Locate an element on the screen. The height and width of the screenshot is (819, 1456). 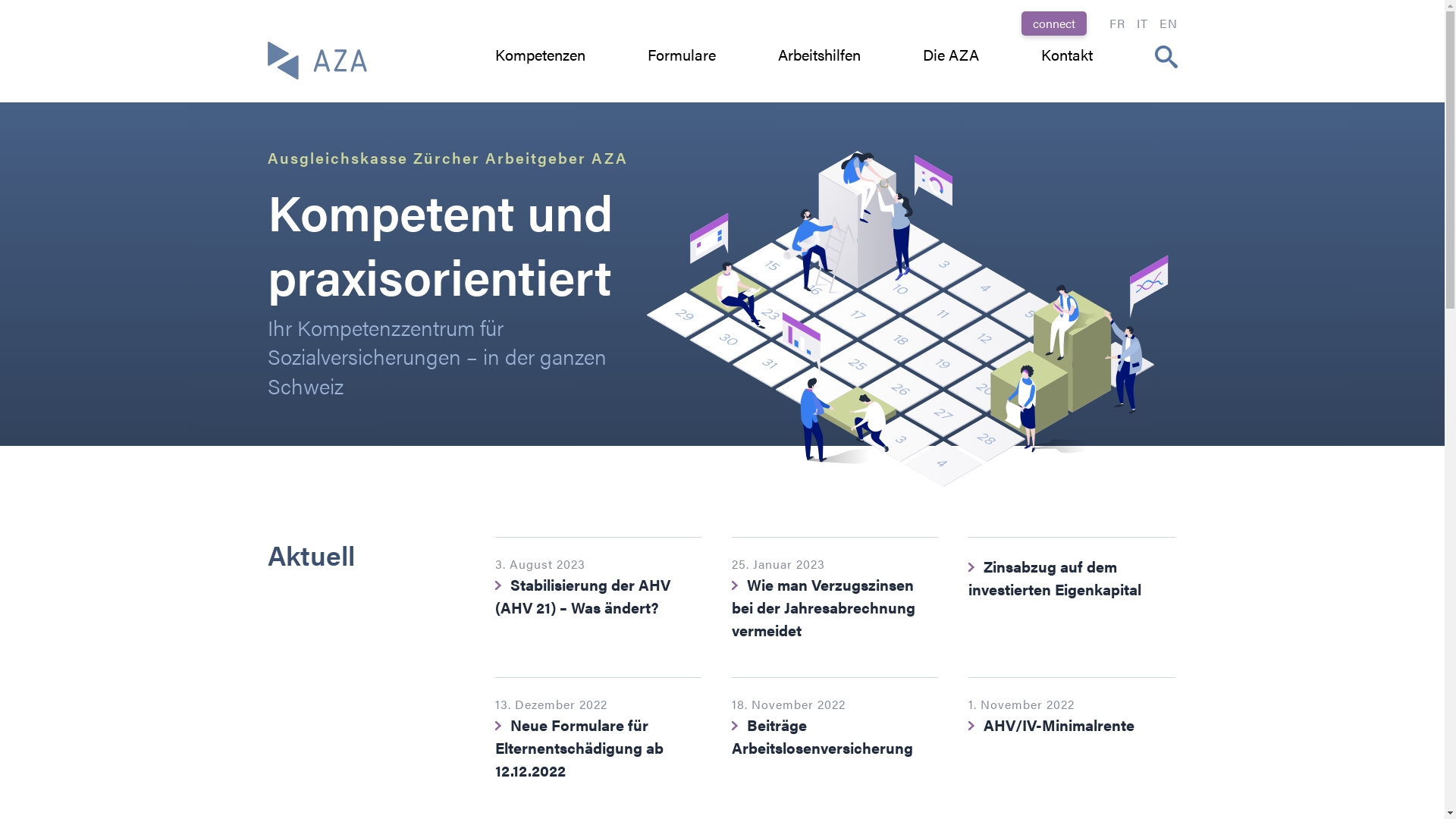
'1. November 2022 is located at coordinates (1070, 731).